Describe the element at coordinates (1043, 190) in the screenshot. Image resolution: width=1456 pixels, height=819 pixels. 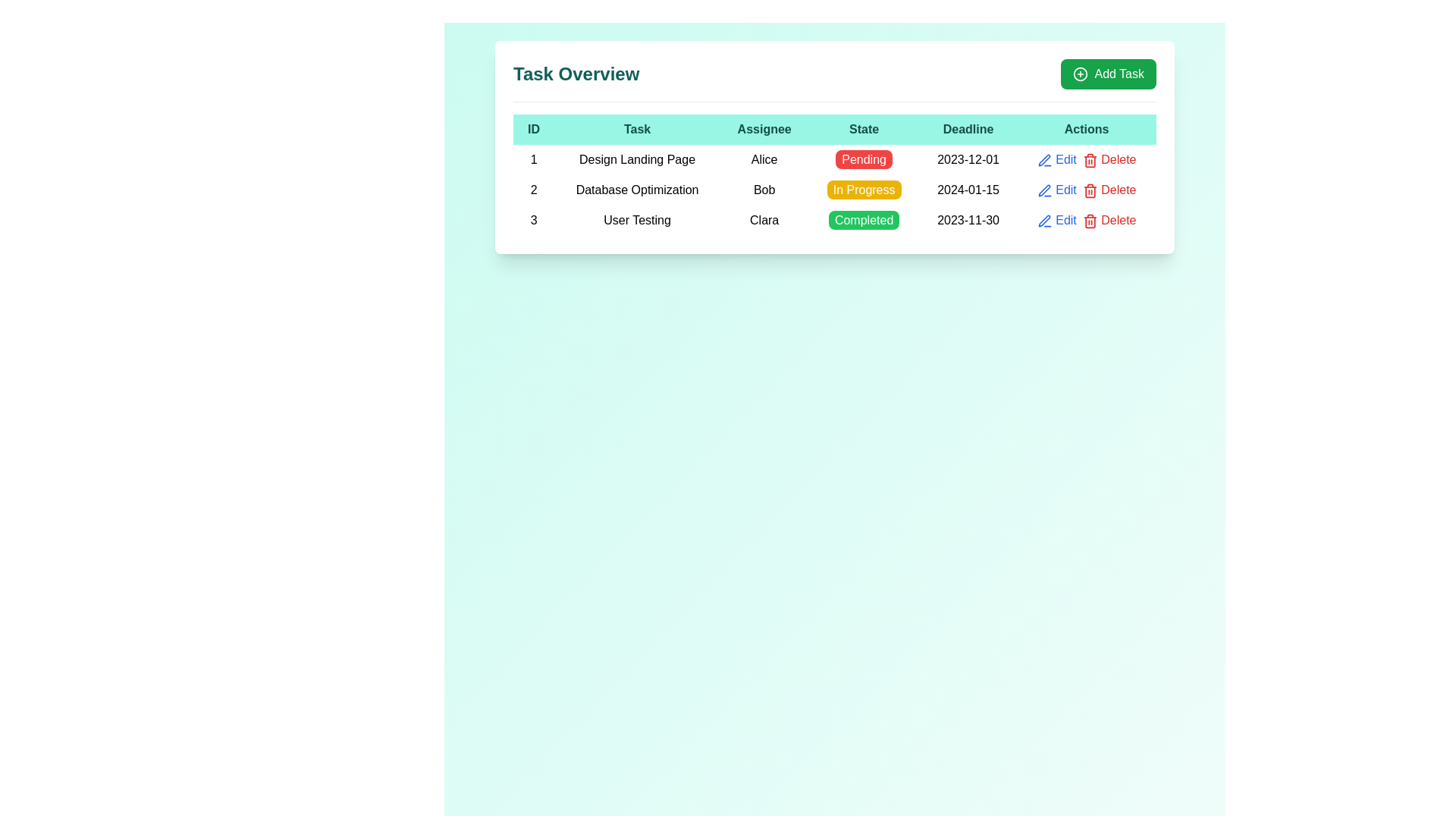
I see `the blue pen icon next to the 'Edit' text in the 'Actions' column of the task management table` at that location.